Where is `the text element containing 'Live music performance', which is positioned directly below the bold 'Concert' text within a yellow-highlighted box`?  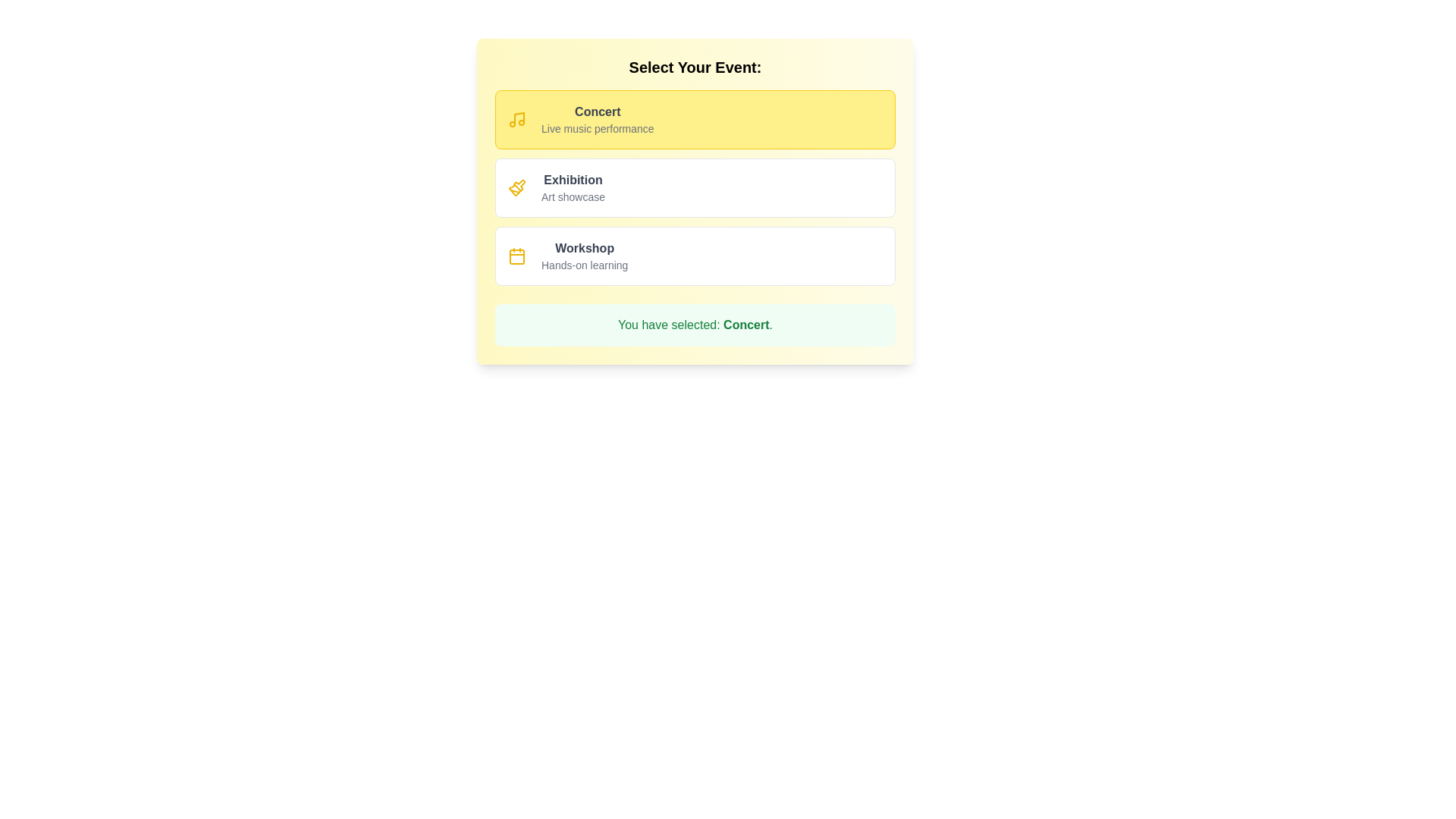
the text element containing 'Live music performance', which is positioned directly below the bold 'Concert' text within a yellow-highlighted box is located at coordinates (597, 127).